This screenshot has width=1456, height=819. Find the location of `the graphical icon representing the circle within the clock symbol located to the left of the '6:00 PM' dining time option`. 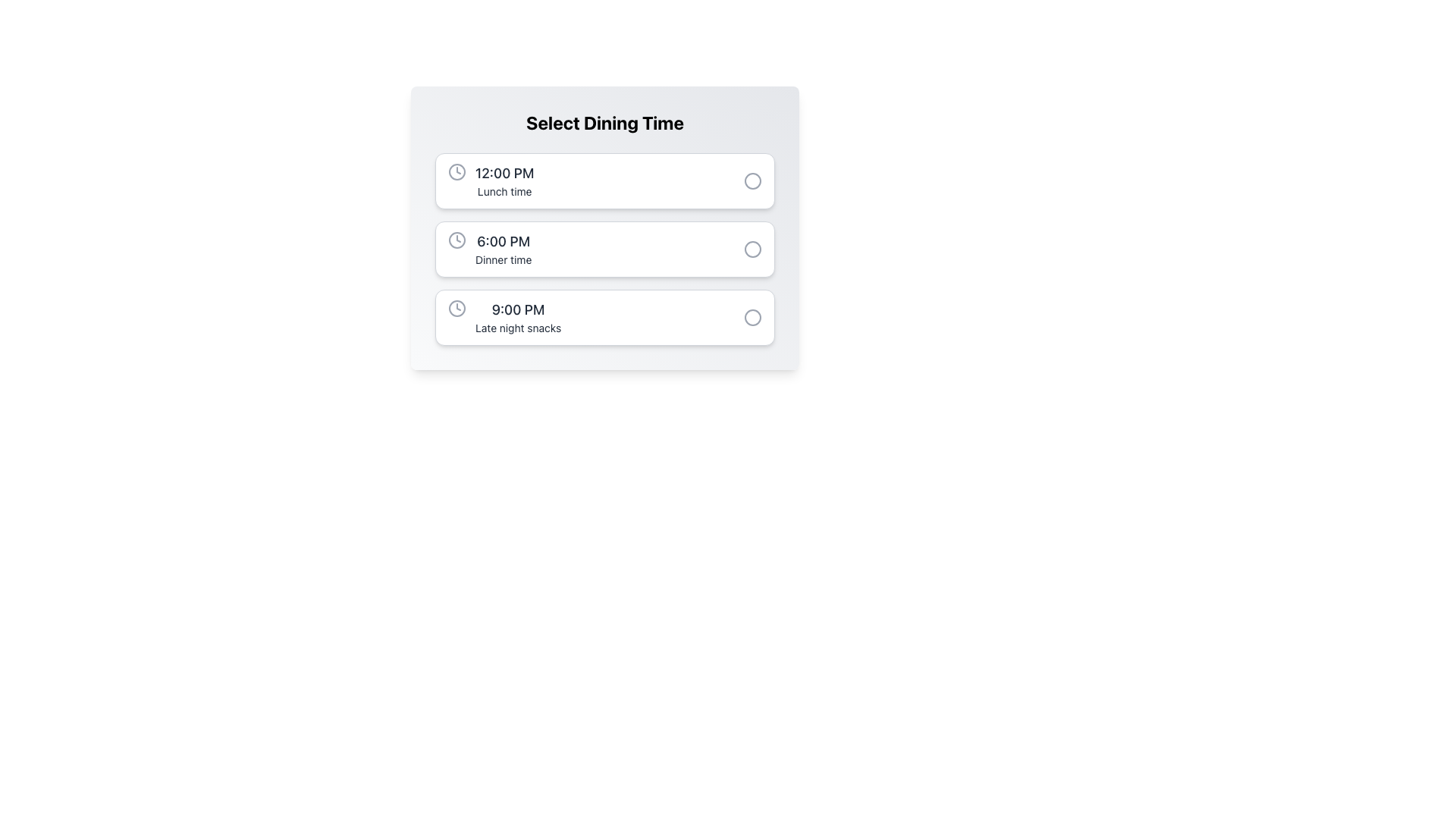

the graphical icon representing the circle within the clock symbol located to the left of the '6:00 PM' dining time option is located at coordinates (457, 239).